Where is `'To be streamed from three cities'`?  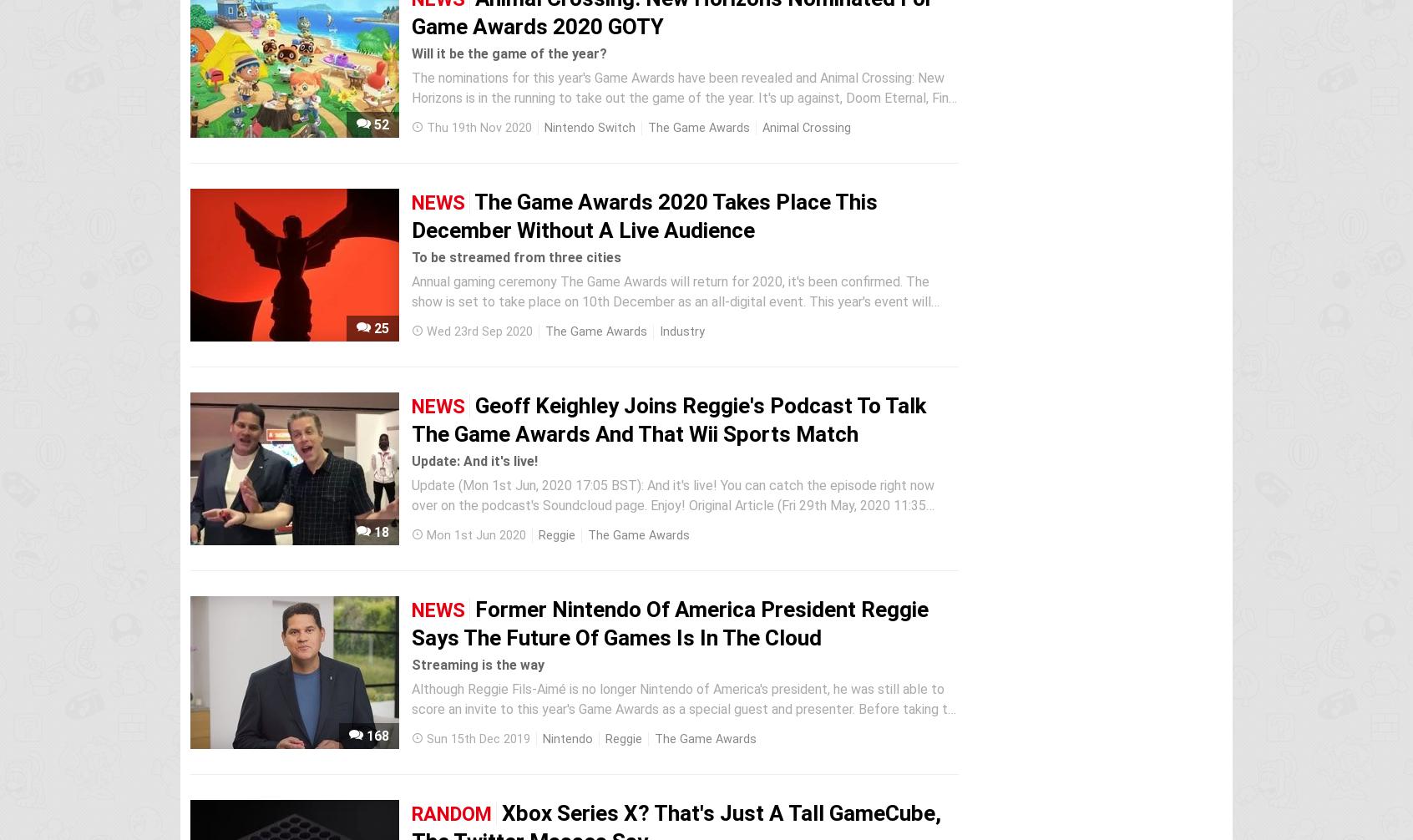
'To be streamed from three cities' is located at coordinates (515, 256).